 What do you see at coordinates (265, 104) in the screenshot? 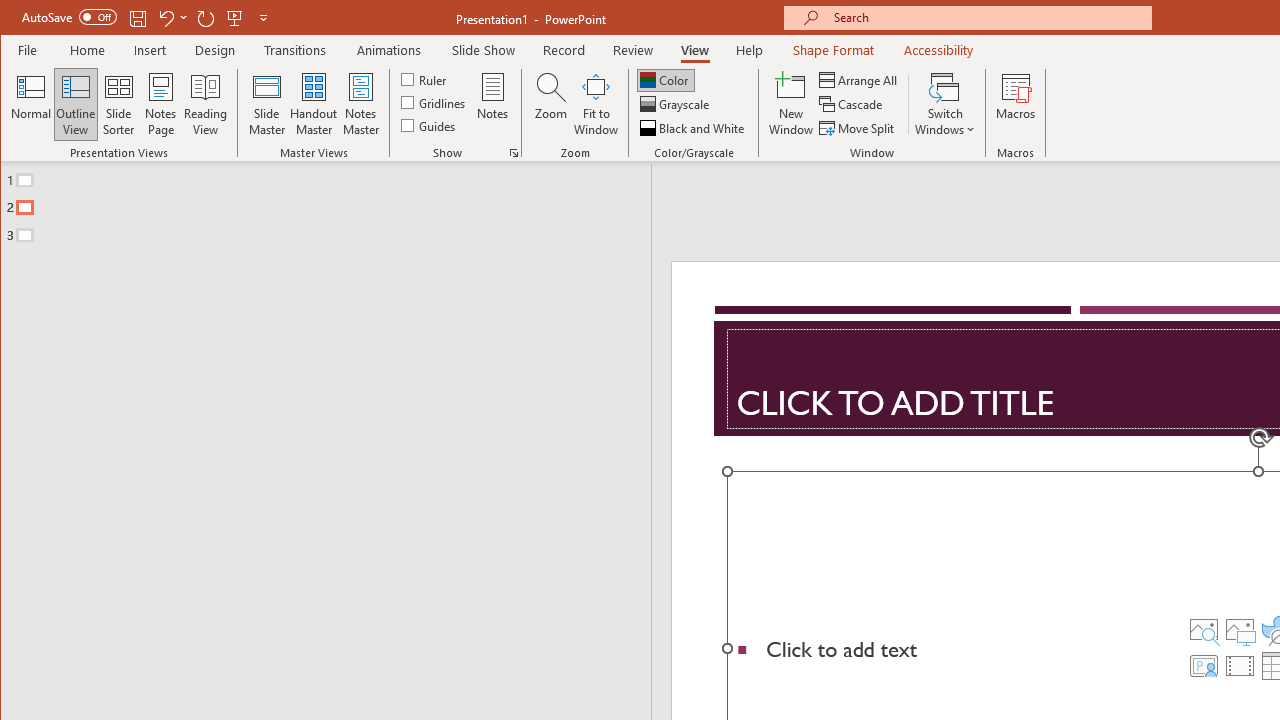
I see `'Slide Master'` at bounding box center [265, 104].